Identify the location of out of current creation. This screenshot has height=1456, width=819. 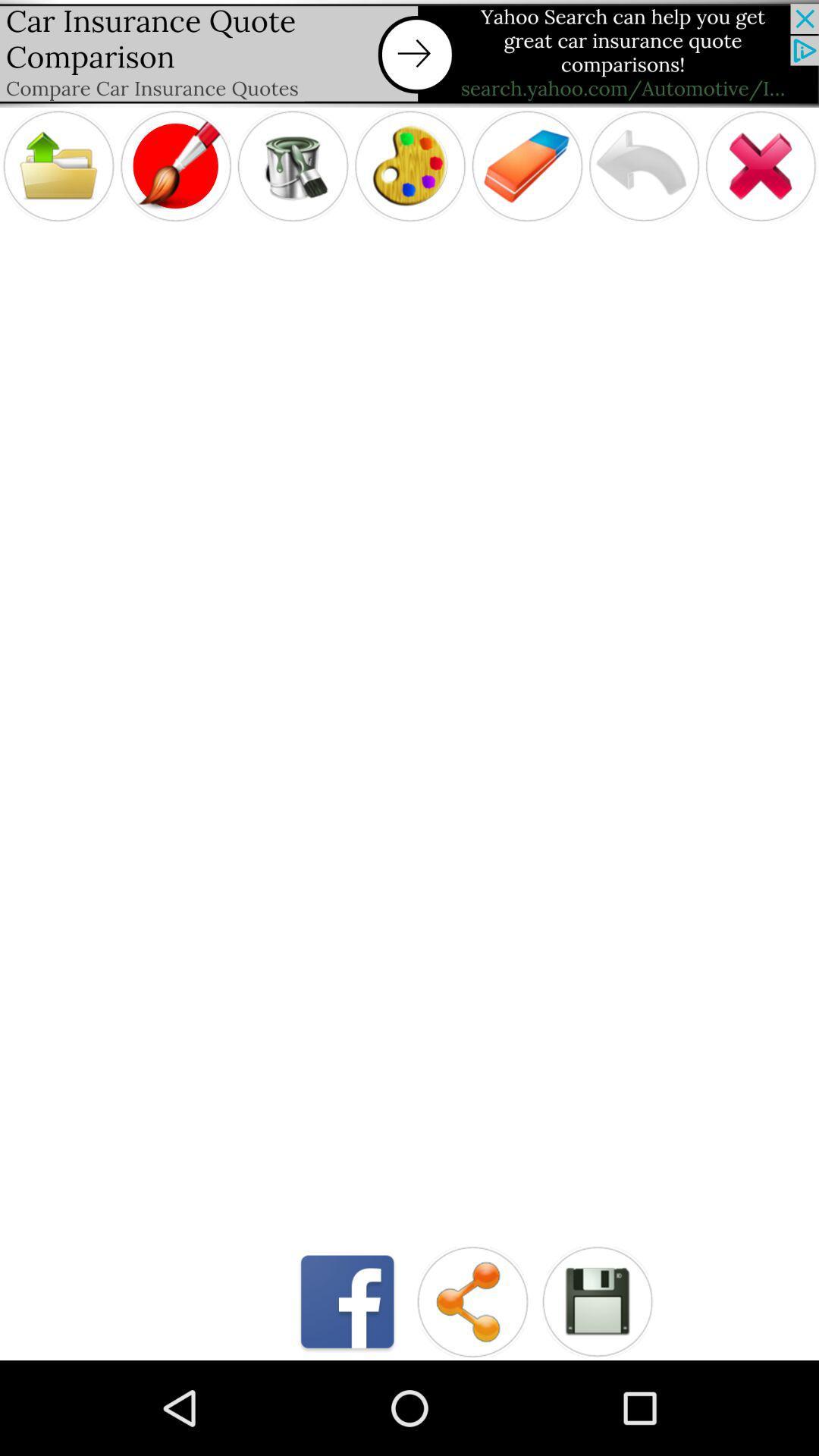
(761, 166).